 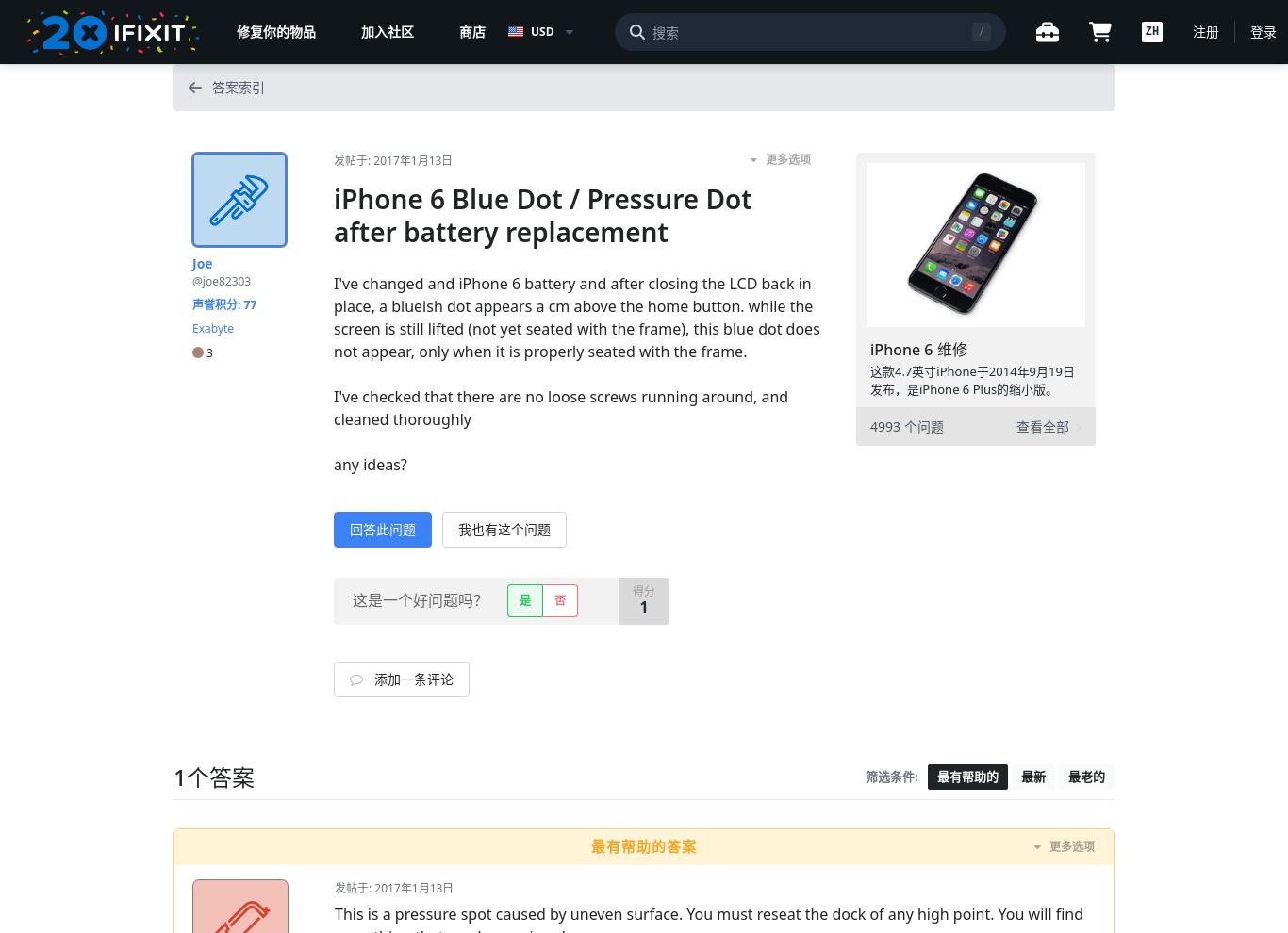 What do you see at coordinates (642, 605) in the screenshot?
I see `'1'` at bounding box center [642, 605].